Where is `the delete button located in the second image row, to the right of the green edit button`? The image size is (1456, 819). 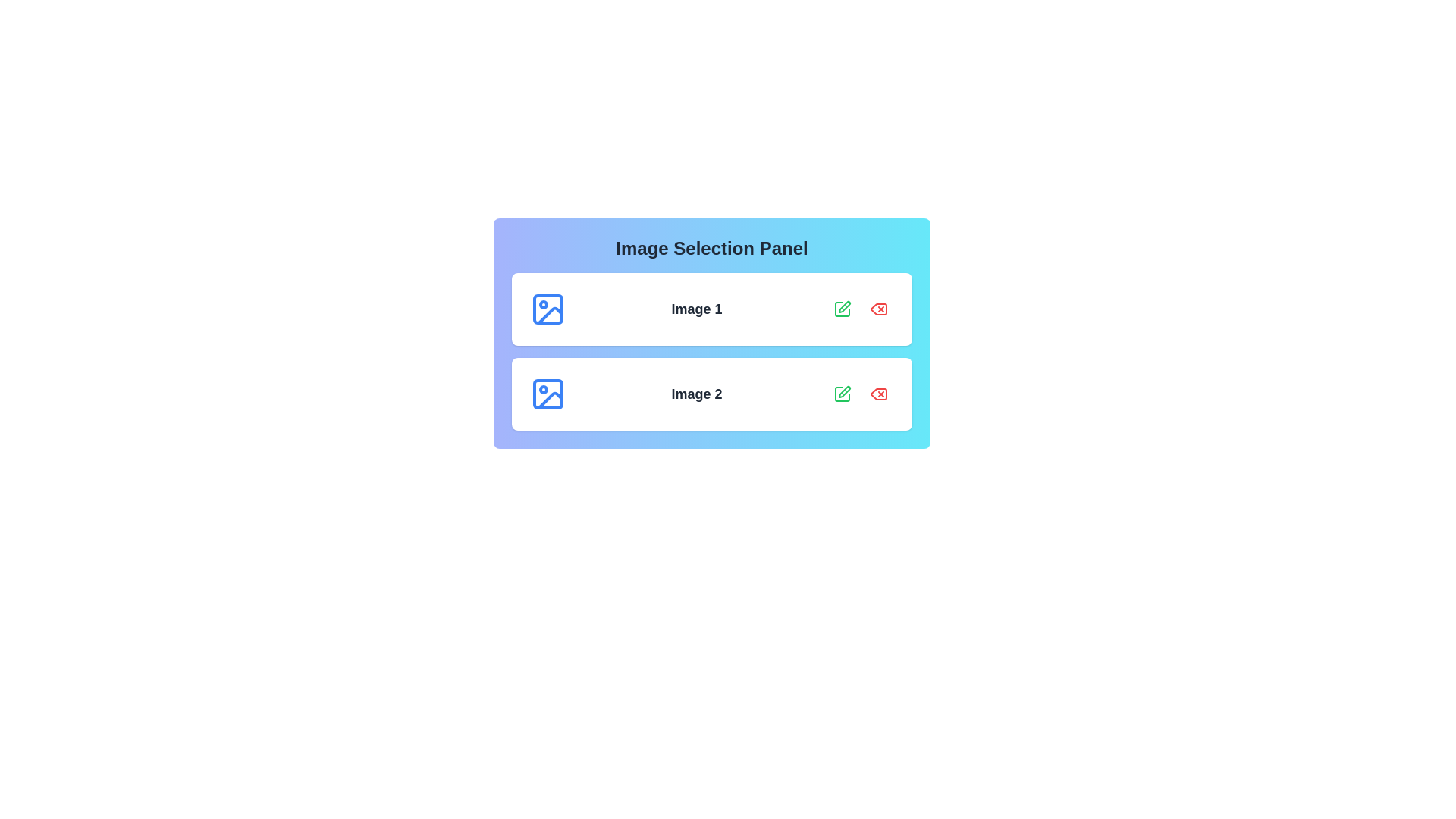
the delete button located in the second image row, to the right of the green edit button is located at coordinates (878, 394).